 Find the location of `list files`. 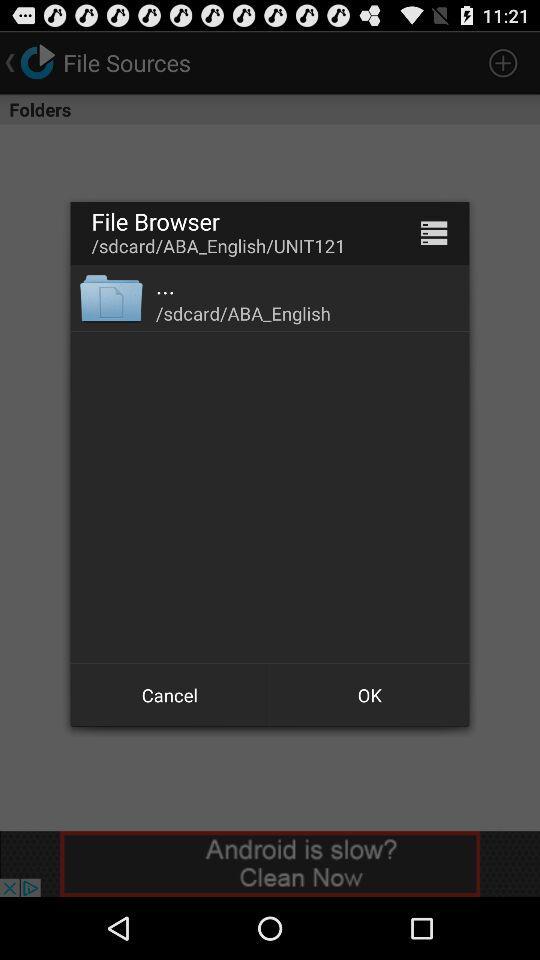

list files is located at coordinates (433, 233).